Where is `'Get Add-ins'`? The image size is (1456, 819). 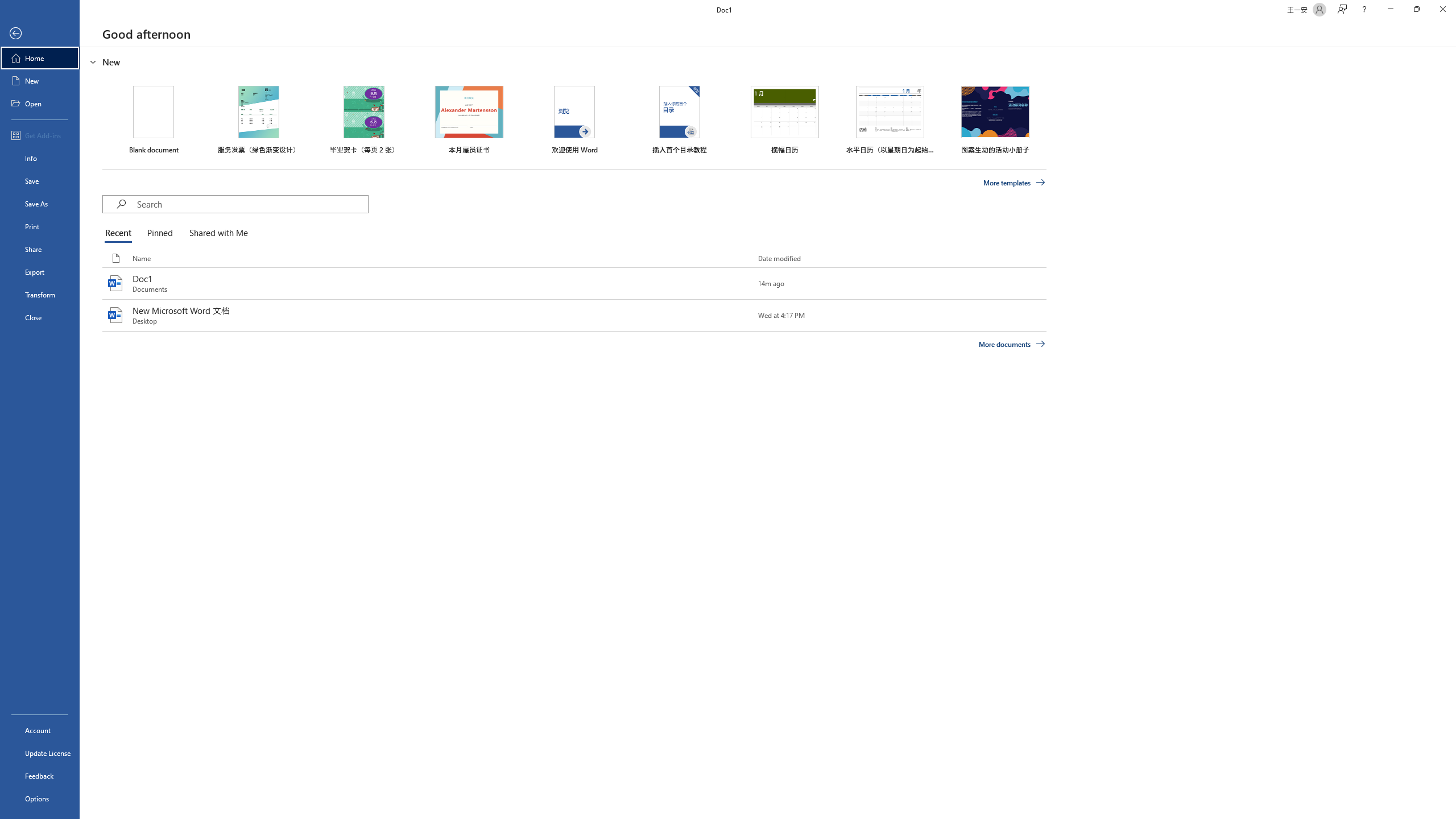
'Get Add-ins' is located at coordinates (39, 135).